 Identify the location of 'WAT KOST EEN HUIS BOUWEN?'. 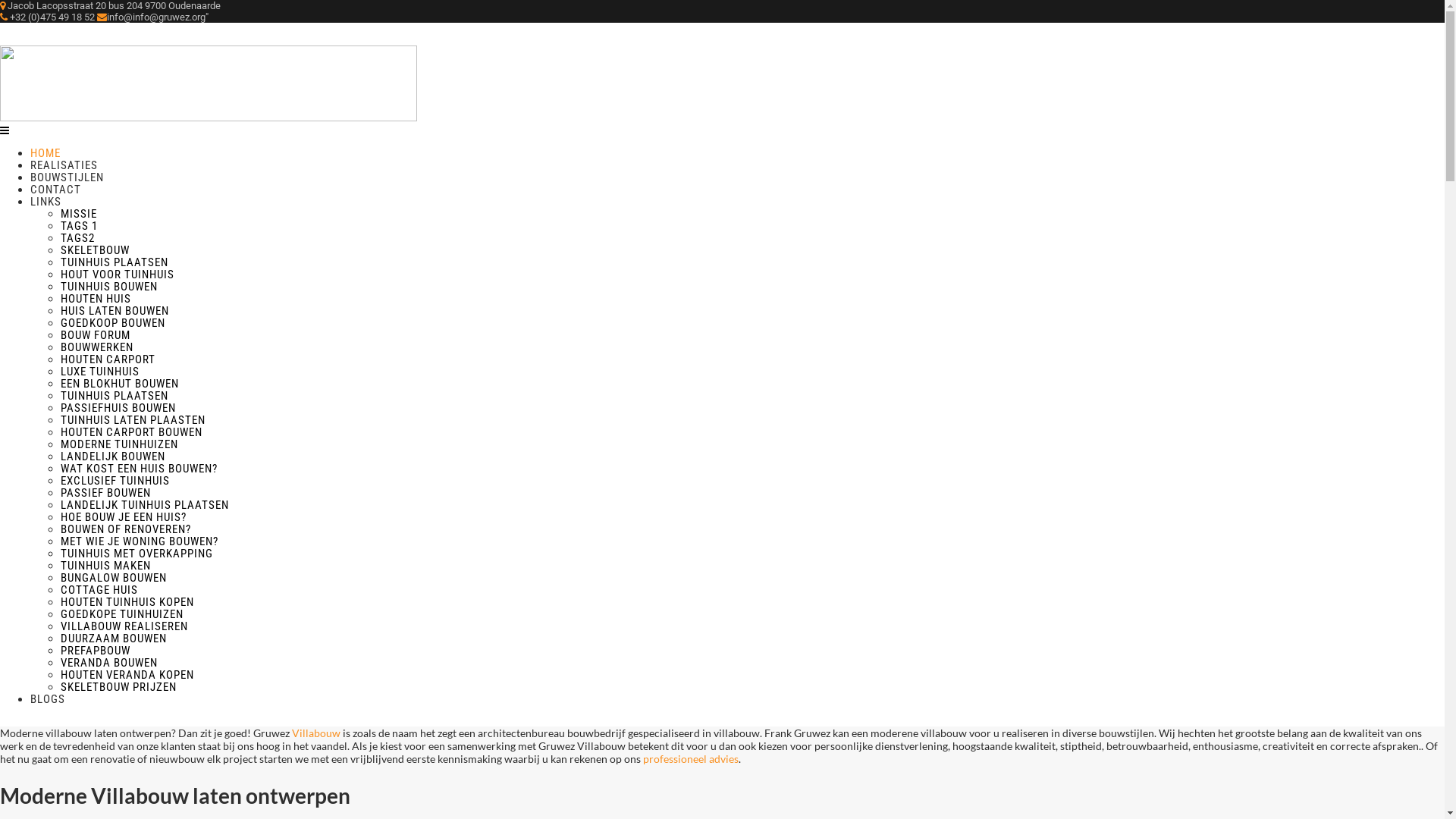
(61, 467).